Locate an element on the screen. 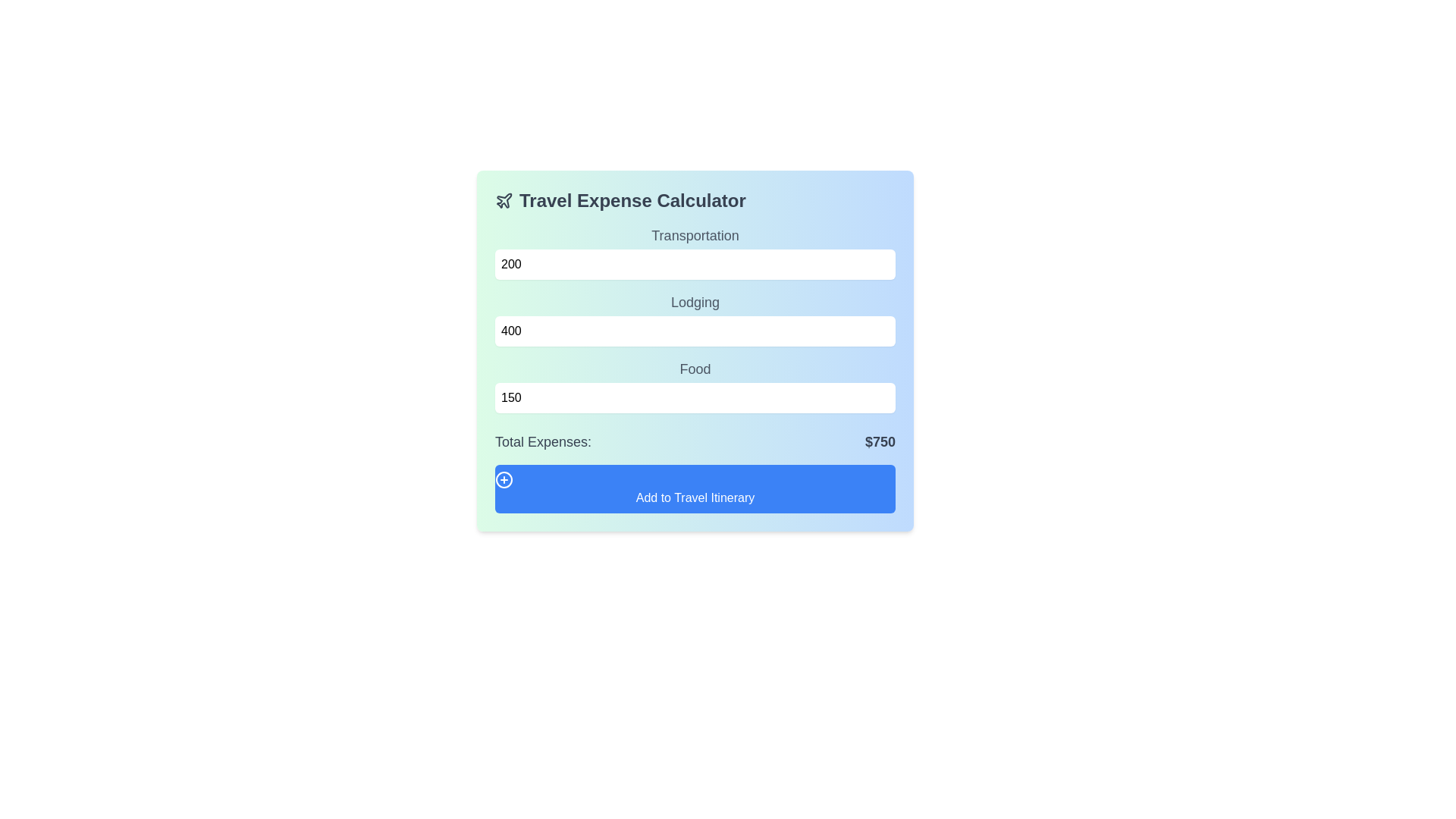 Image resolution: width=1456 pixels, height=819 pixels. the 'Lodging' number input field to increase or decrease the value using keyboard or mouse interactions is located at coordinates (694, 318).